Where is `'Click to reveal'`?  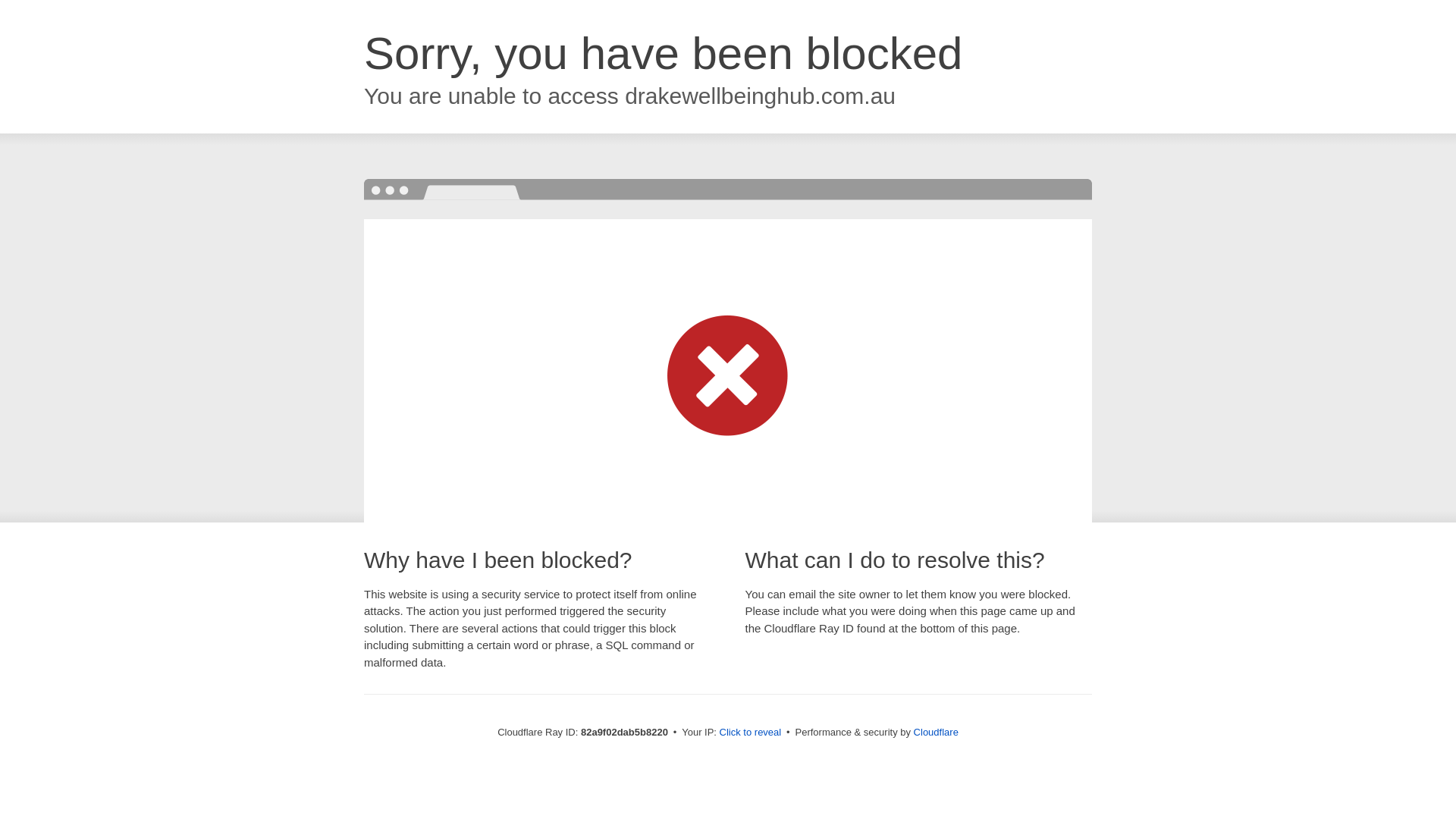
'Click to reveal' is located at coordinates (750, 731).